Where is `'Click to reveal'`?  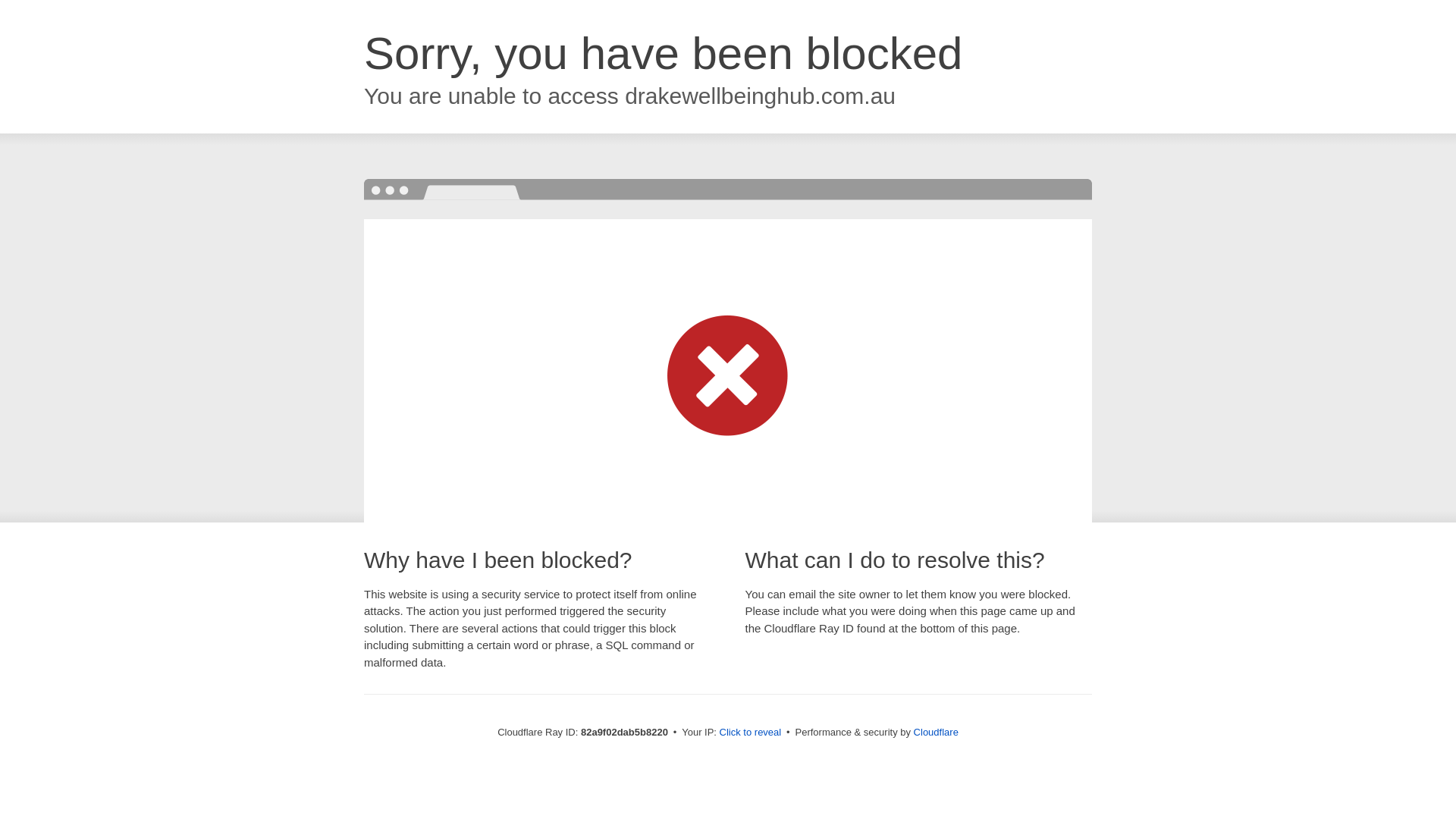
'Click to reveal' is located at coordinates (750, 731).